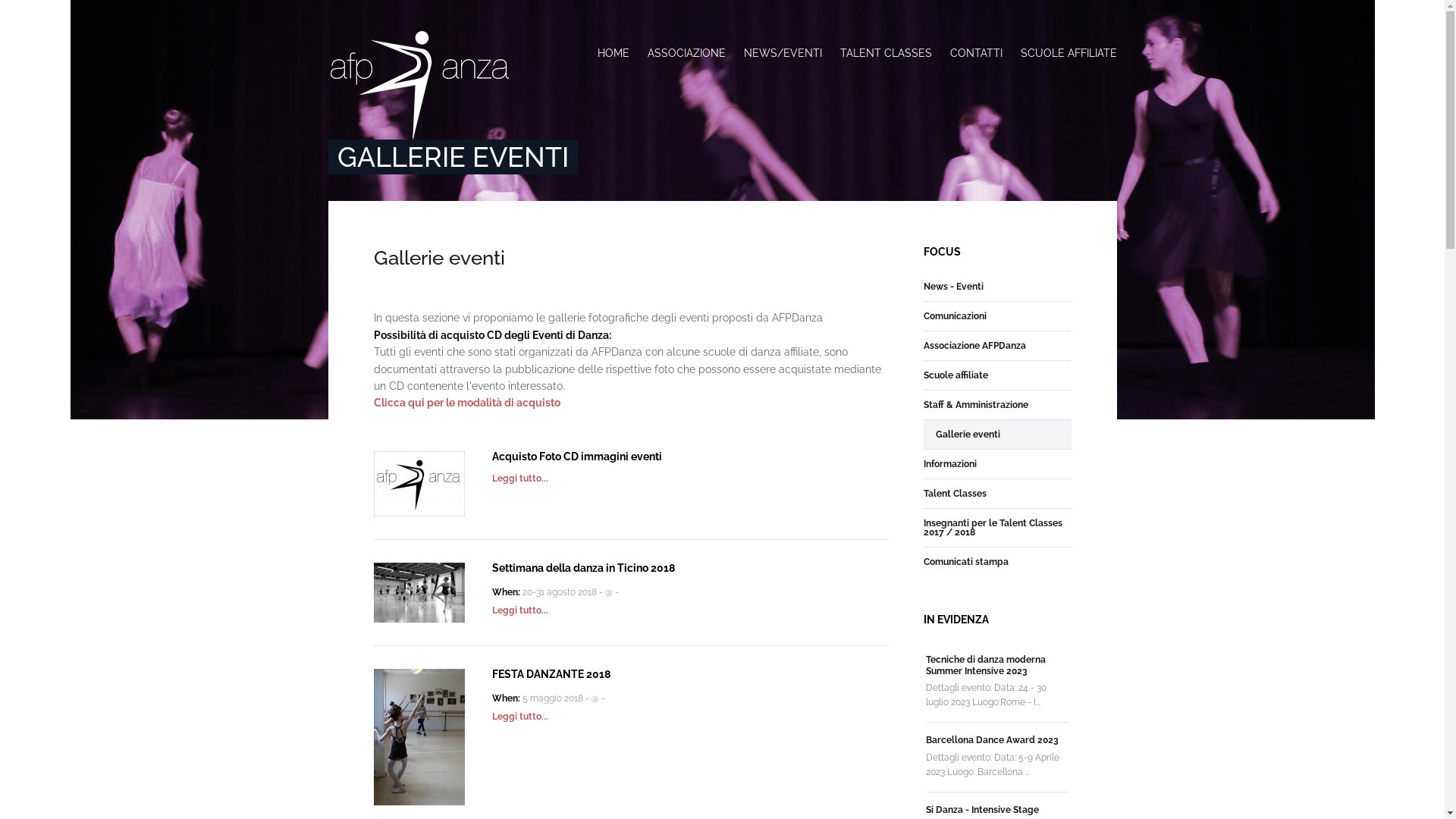  What do you see at coordinates (782, 52) in the screenshot?
I see `'NEWS/EVENTI'` at bounding box center [782, 52].